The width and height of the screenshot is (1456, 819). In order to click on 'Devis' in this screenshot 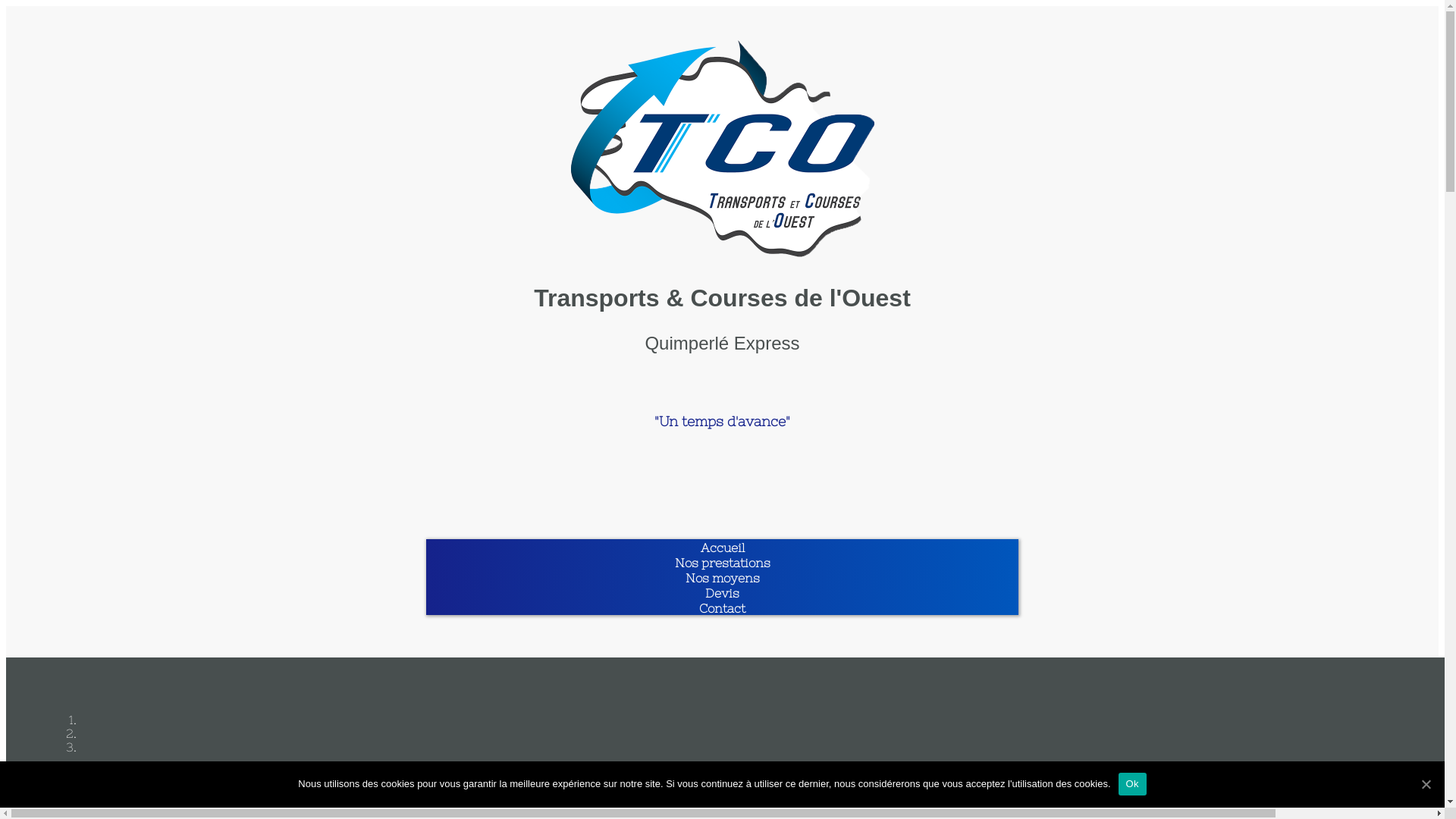, I will do `click(721, 592)`.